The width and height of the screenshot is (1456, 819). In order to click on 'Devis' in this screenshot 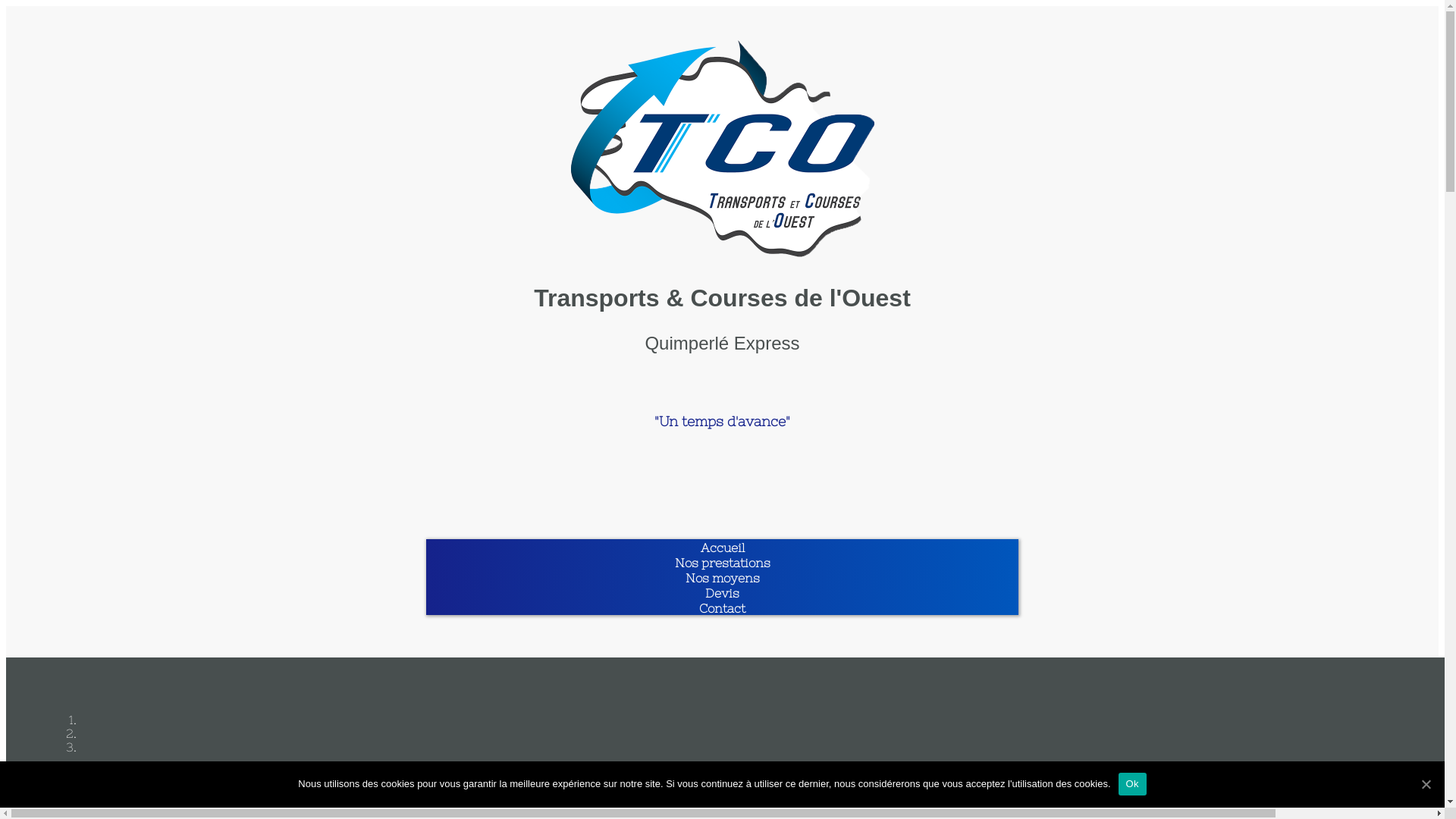, I will do `click(721, 592)`.